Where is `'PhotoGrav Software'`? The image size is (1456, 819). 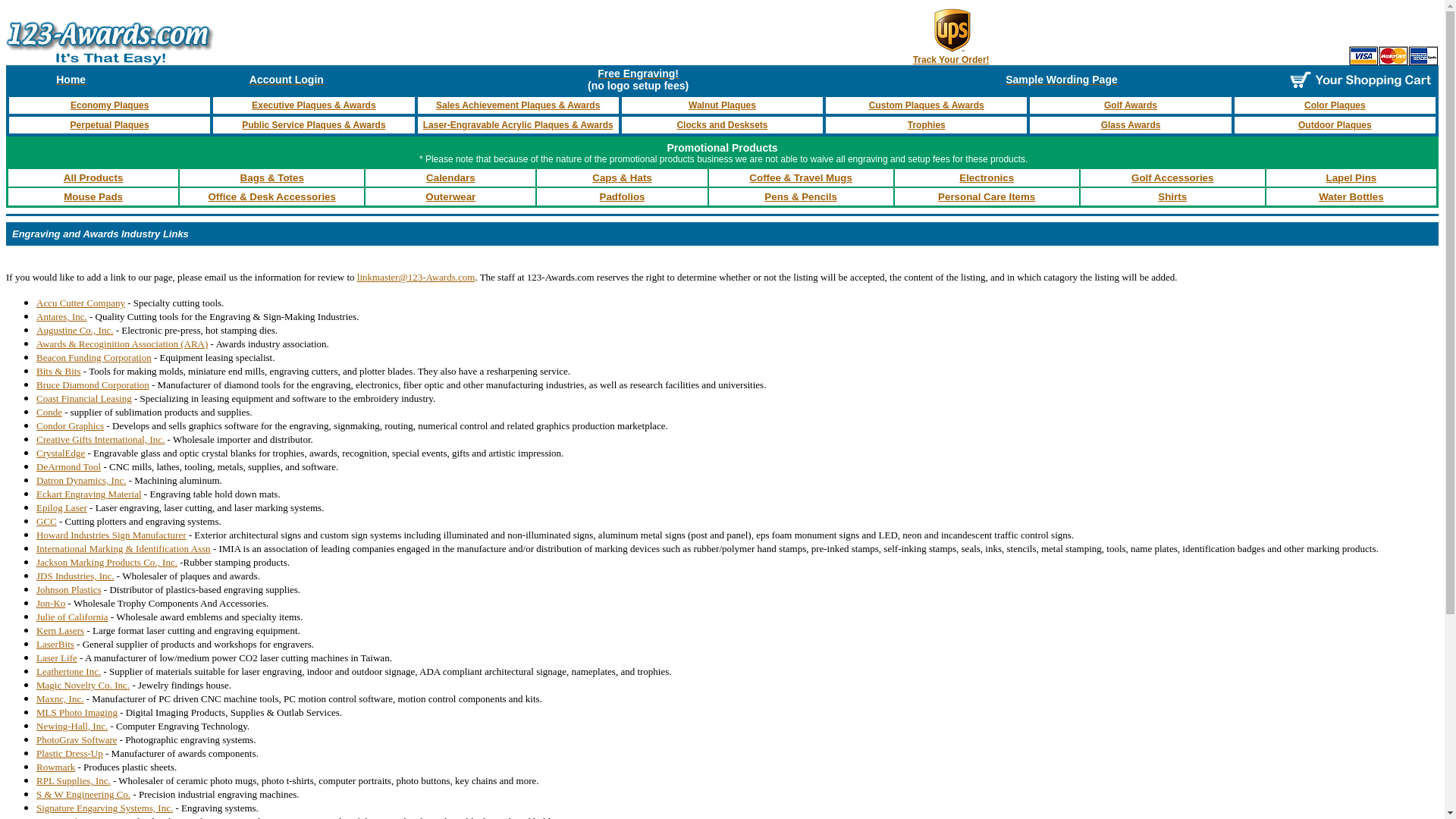 'PhotoGrav Software' is located at coordinates (76, 739).